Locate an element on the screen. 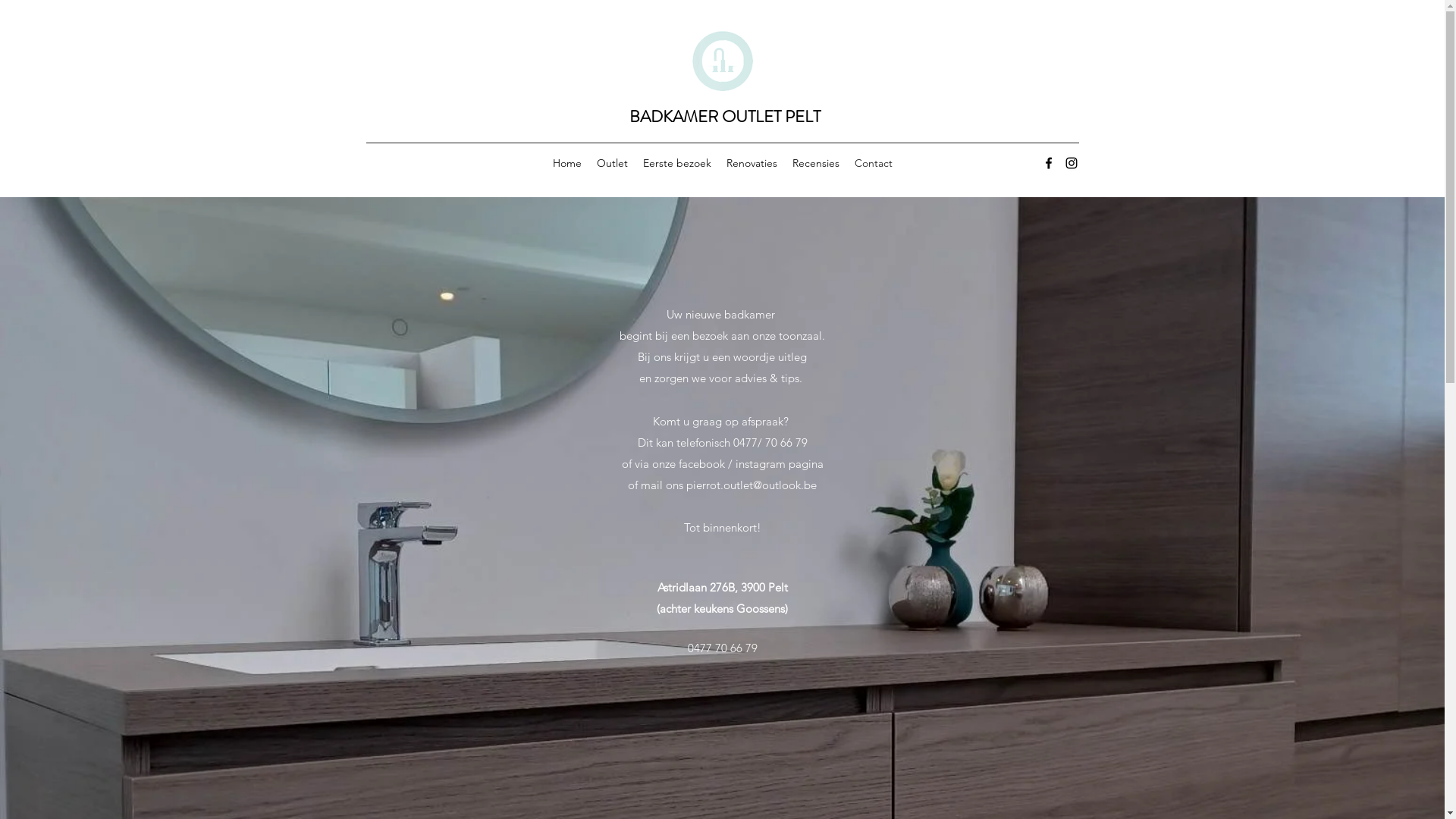 This screenshot has width=1456, height=819. 'Eerste bezoek' is located at coordinates (635, 163).